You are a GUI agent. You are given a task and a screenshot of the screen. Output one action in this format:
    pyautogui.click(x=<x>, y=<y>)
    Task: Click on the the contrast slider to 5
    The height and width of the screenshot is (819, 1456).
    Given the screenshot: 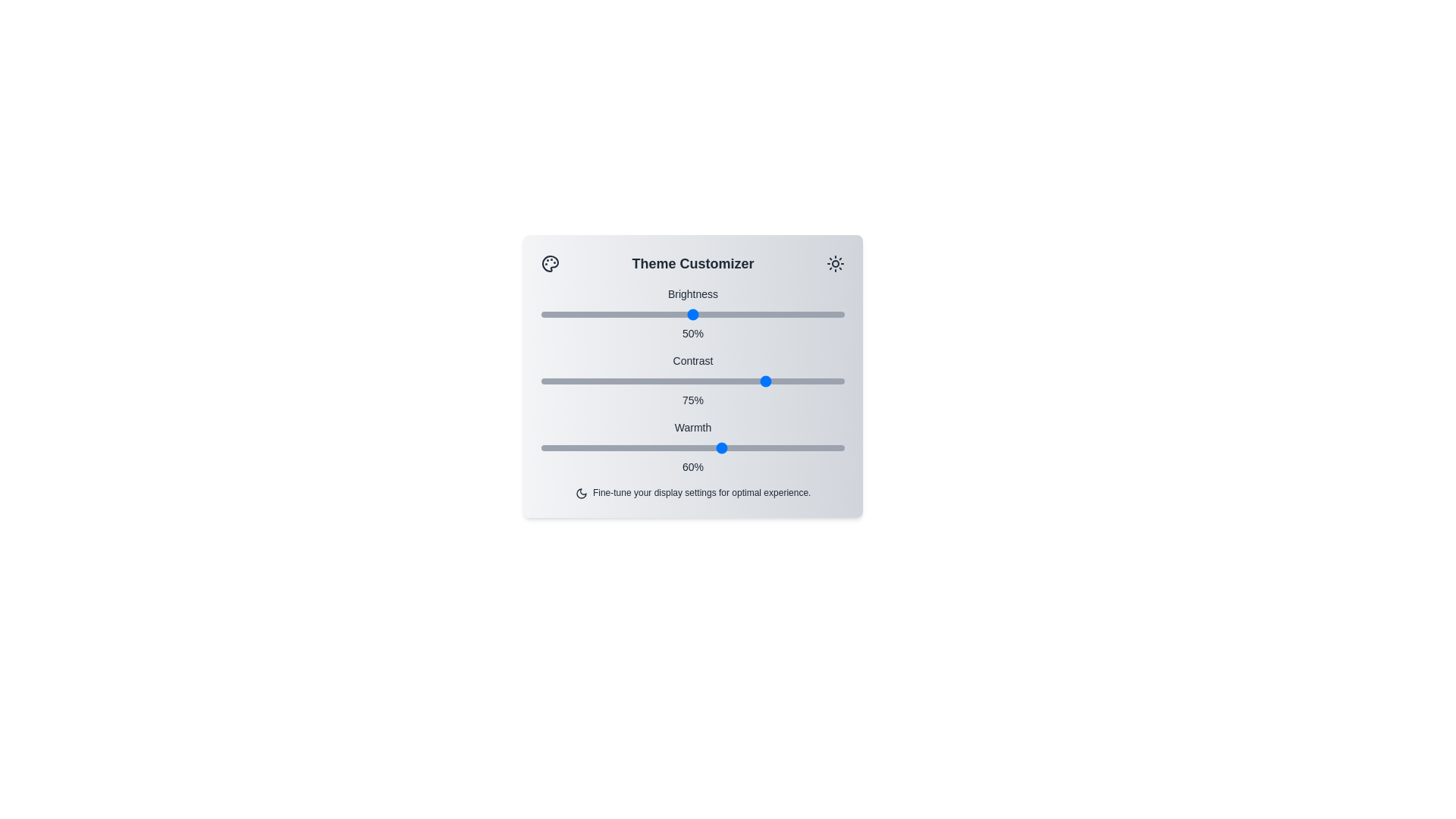 What is the action you would take?
    pyautogui.click(x=556, y=380)
    